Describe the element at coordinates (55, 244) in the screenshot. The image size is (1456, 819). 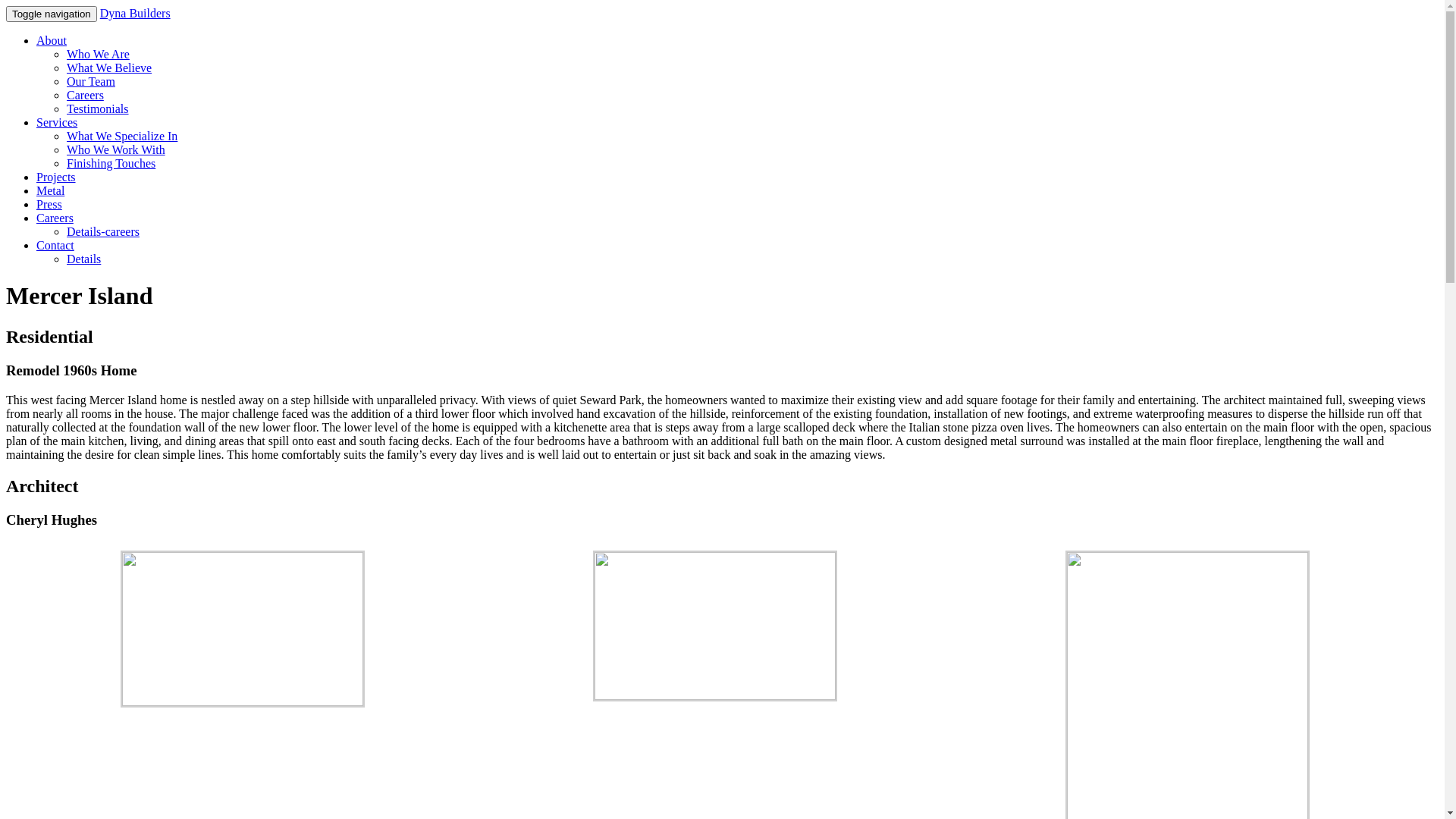
I see `'Contact'` at that location.